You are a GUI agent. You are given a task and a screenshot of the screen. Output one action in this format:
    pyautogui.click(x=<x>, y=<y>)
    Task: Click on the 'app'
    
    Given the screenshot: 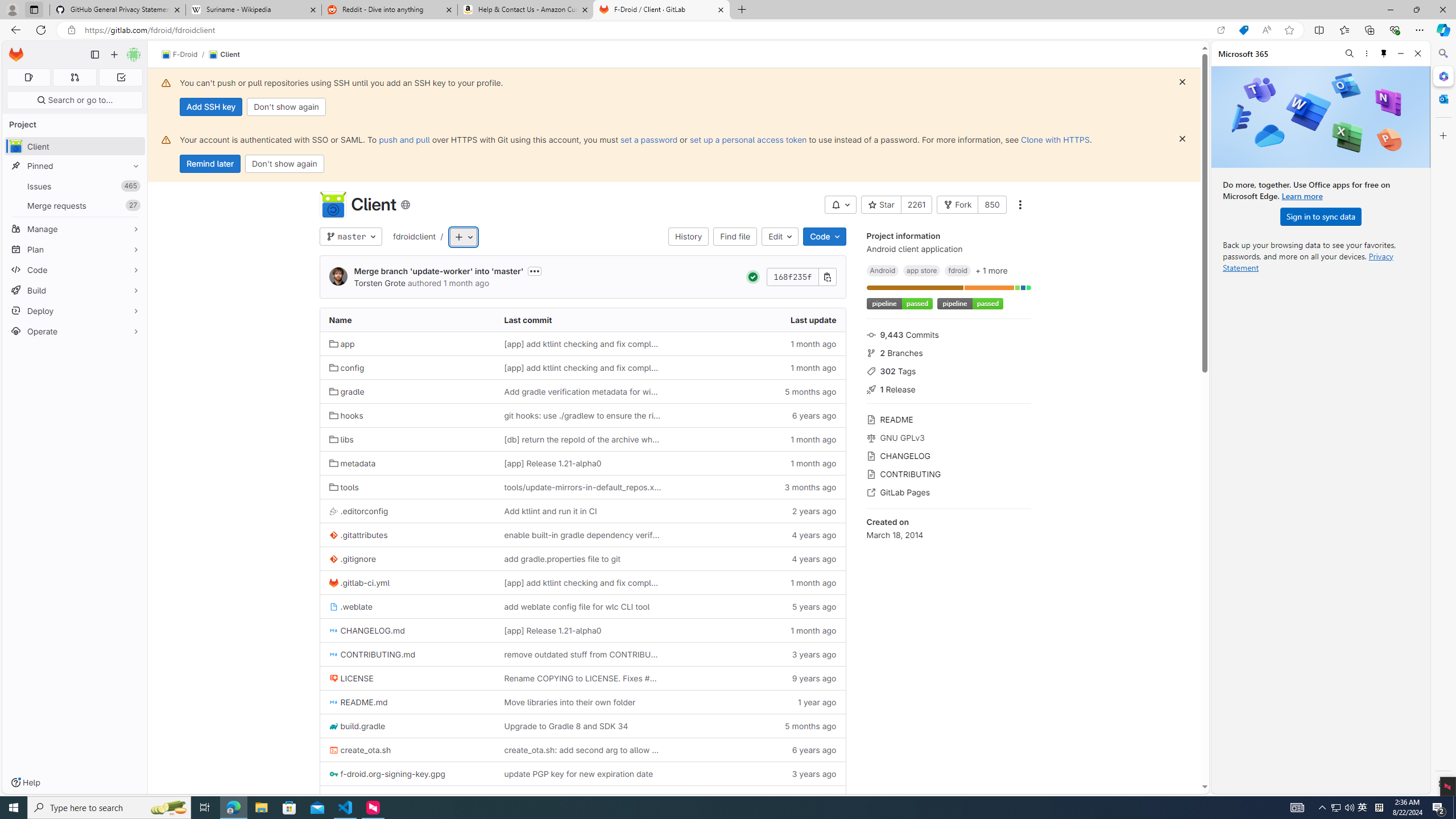 What is the action you would take?
    pyautogui.click(x=341, y=344)
    